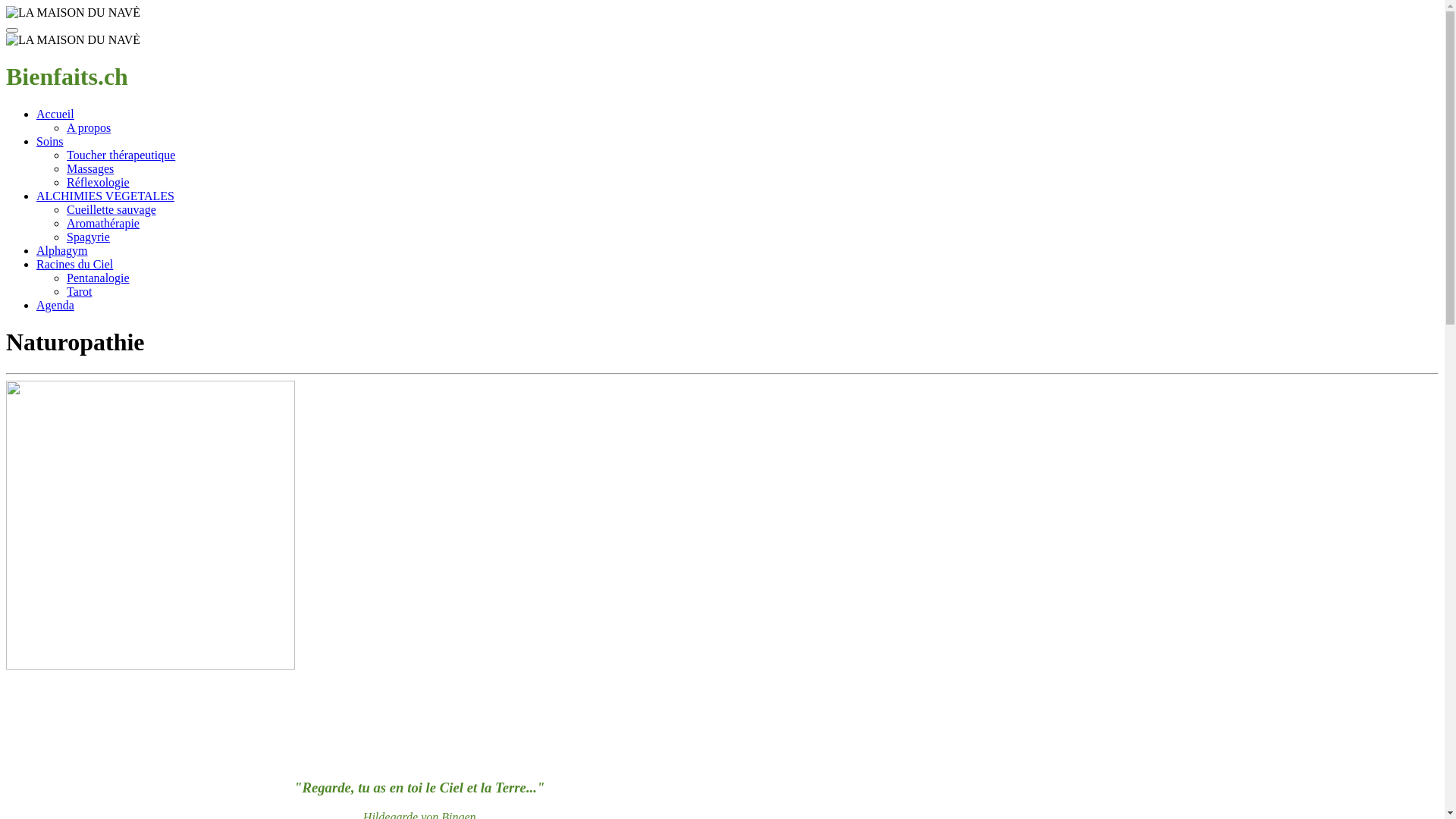  Describe the element at coordinates (89, 168) in the screenshot. I see `'Massages'` at that location.